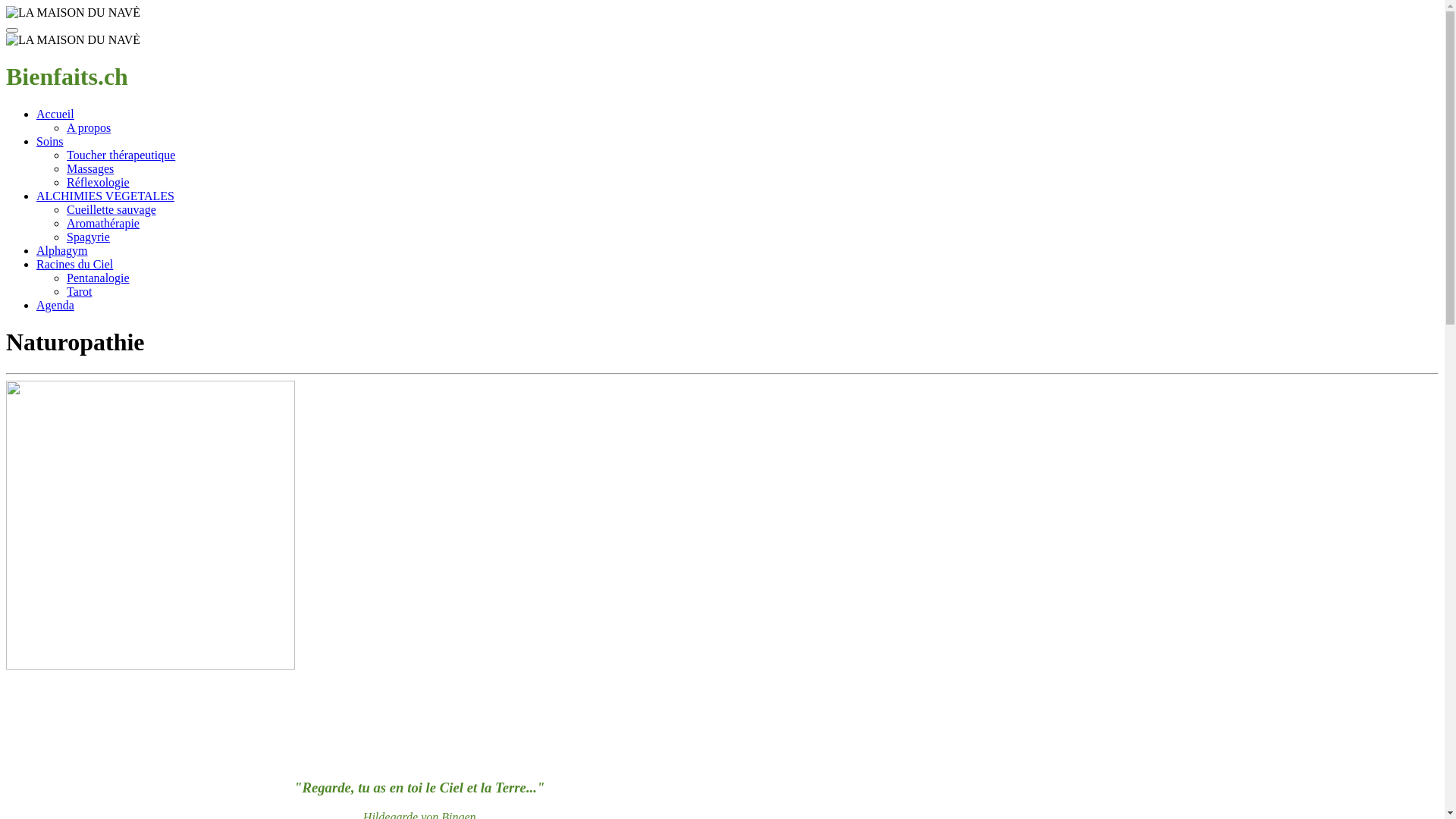  Describe the element at coordinates (89, 168) in the screenshot. I see `'Massages'` at that location.